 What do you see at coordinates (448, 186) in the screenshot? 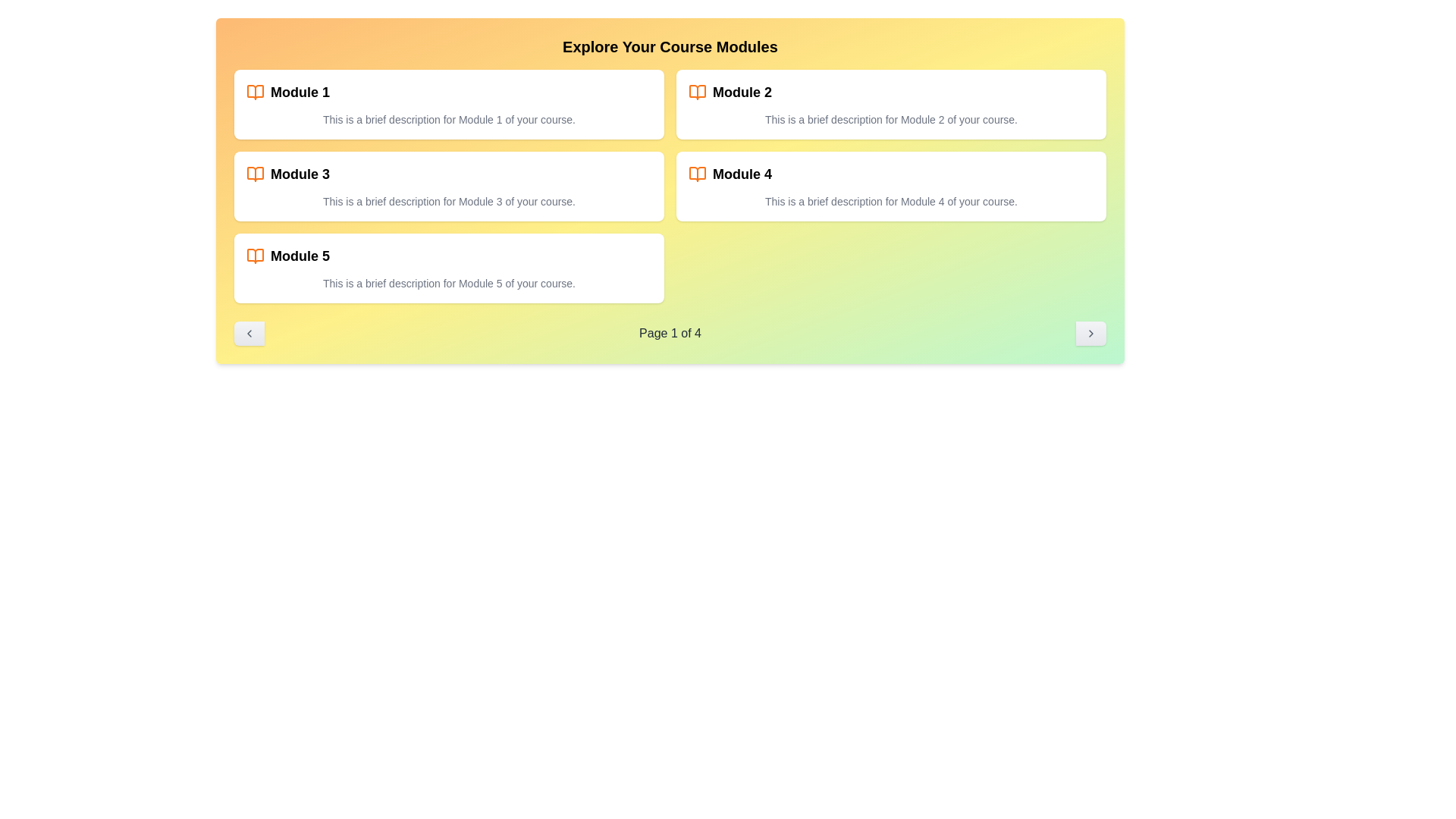
I see `the card titled 'Module 3' which has a white background and rounded corners, located in the second row and first column of the grid layout` at bounding box center [448, 186].